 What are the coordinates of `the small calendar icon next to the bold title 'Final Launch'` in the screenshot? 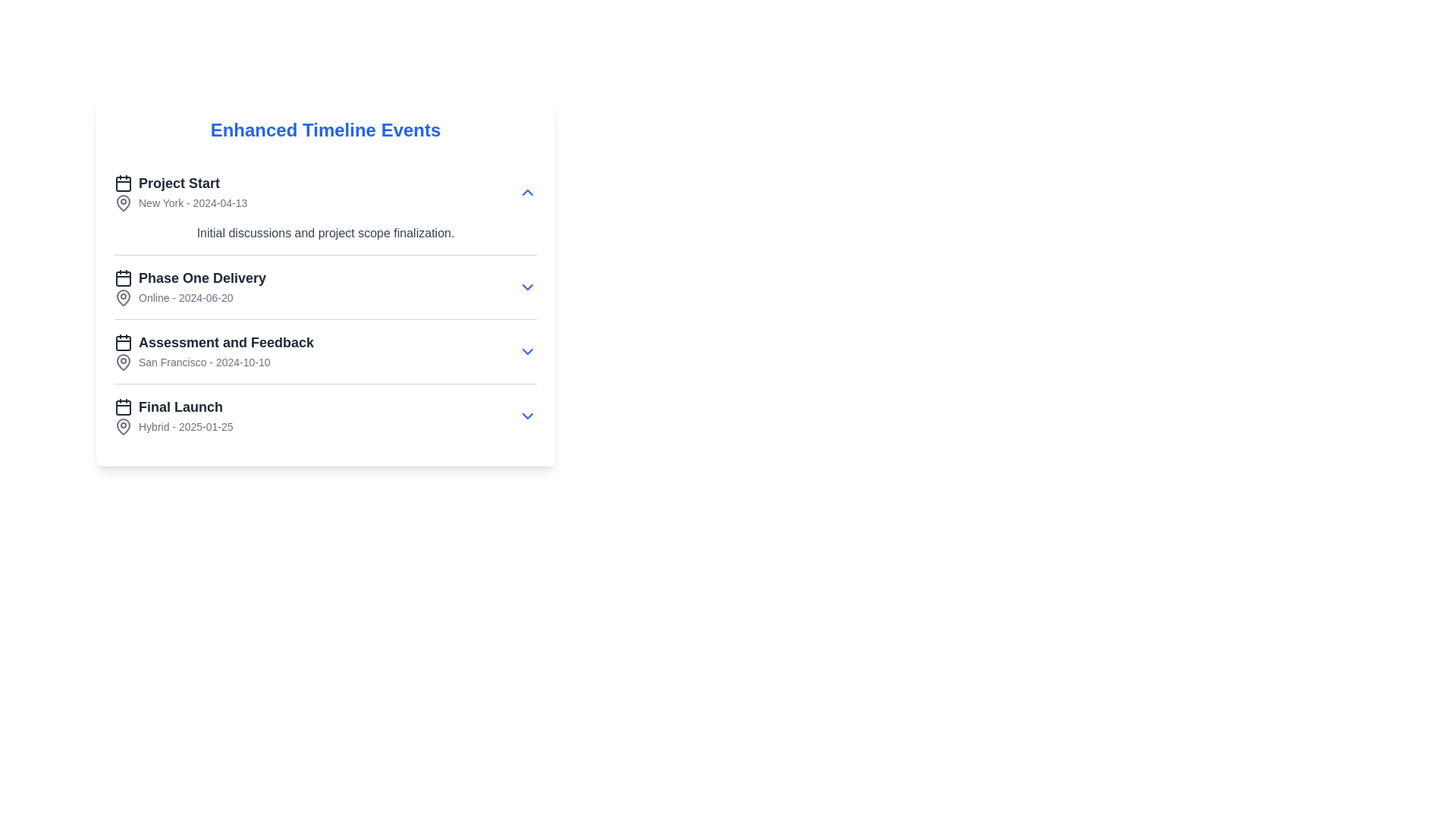 It's located at (174, 416).